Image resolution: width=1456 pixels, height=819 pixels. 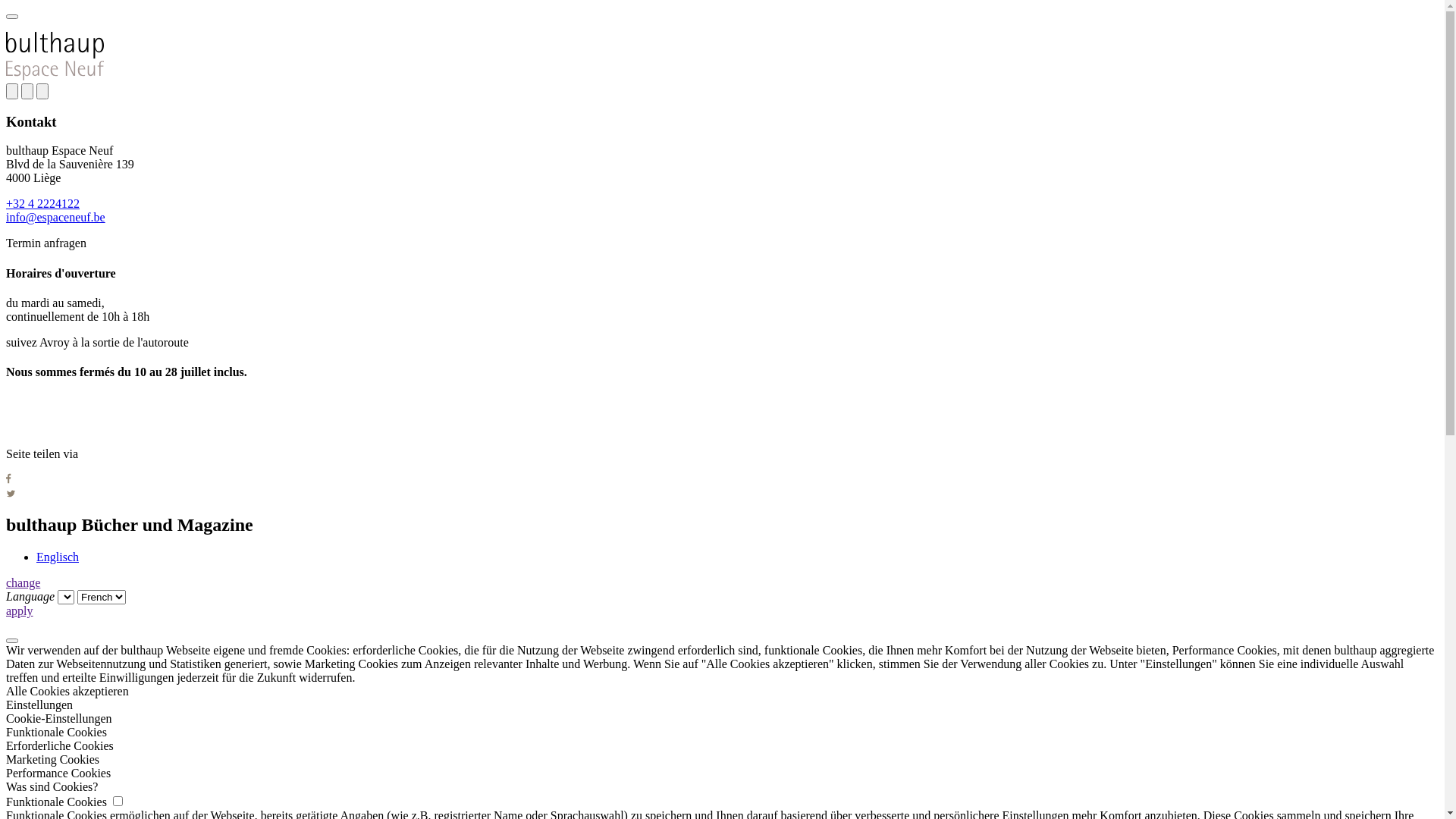 I want to click on 'Auf Facebook teilen', so click(x=6, y=479).